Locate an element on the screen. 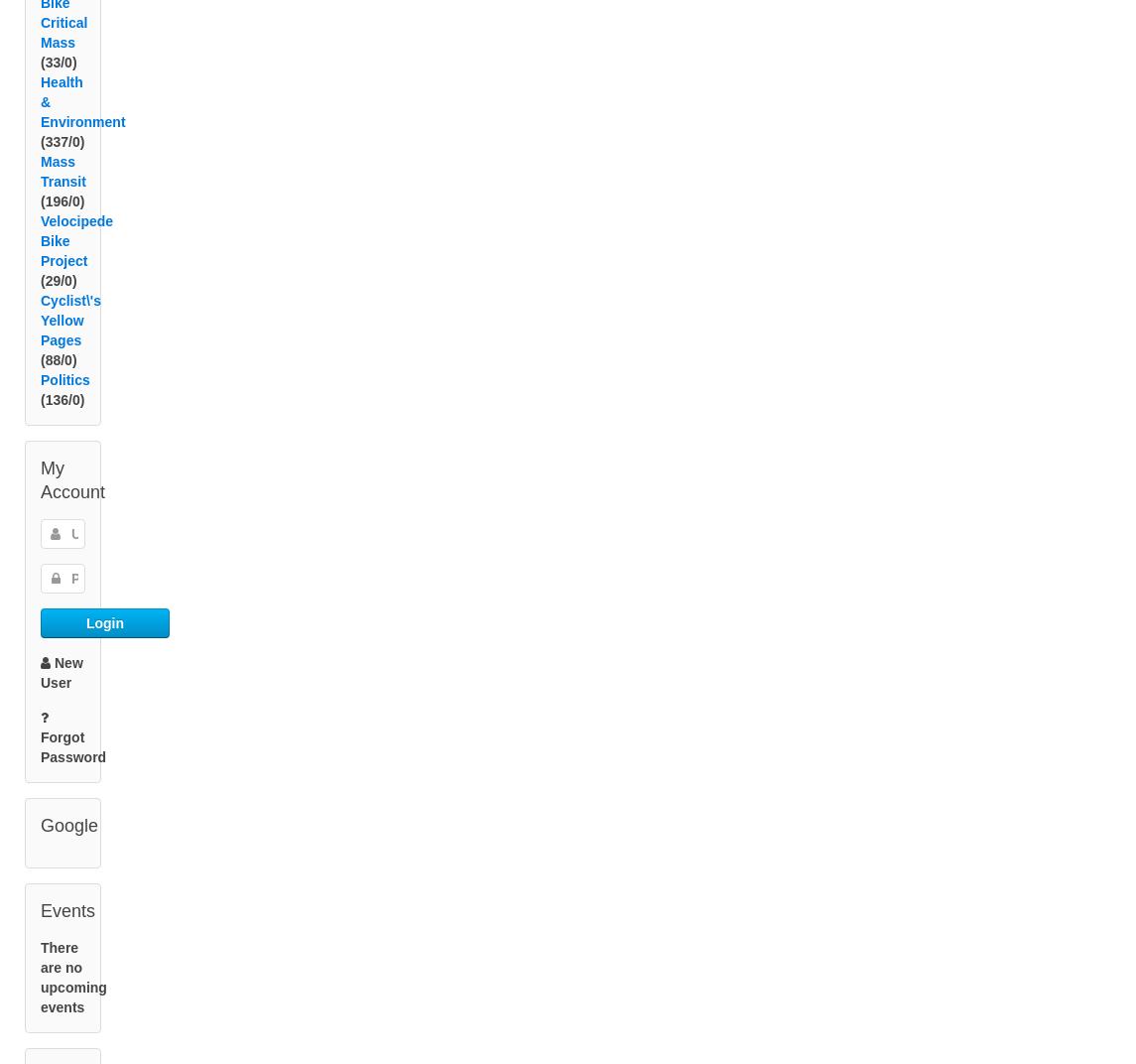  'Velocipede Bike Project' is located at coordinates (76, 265).